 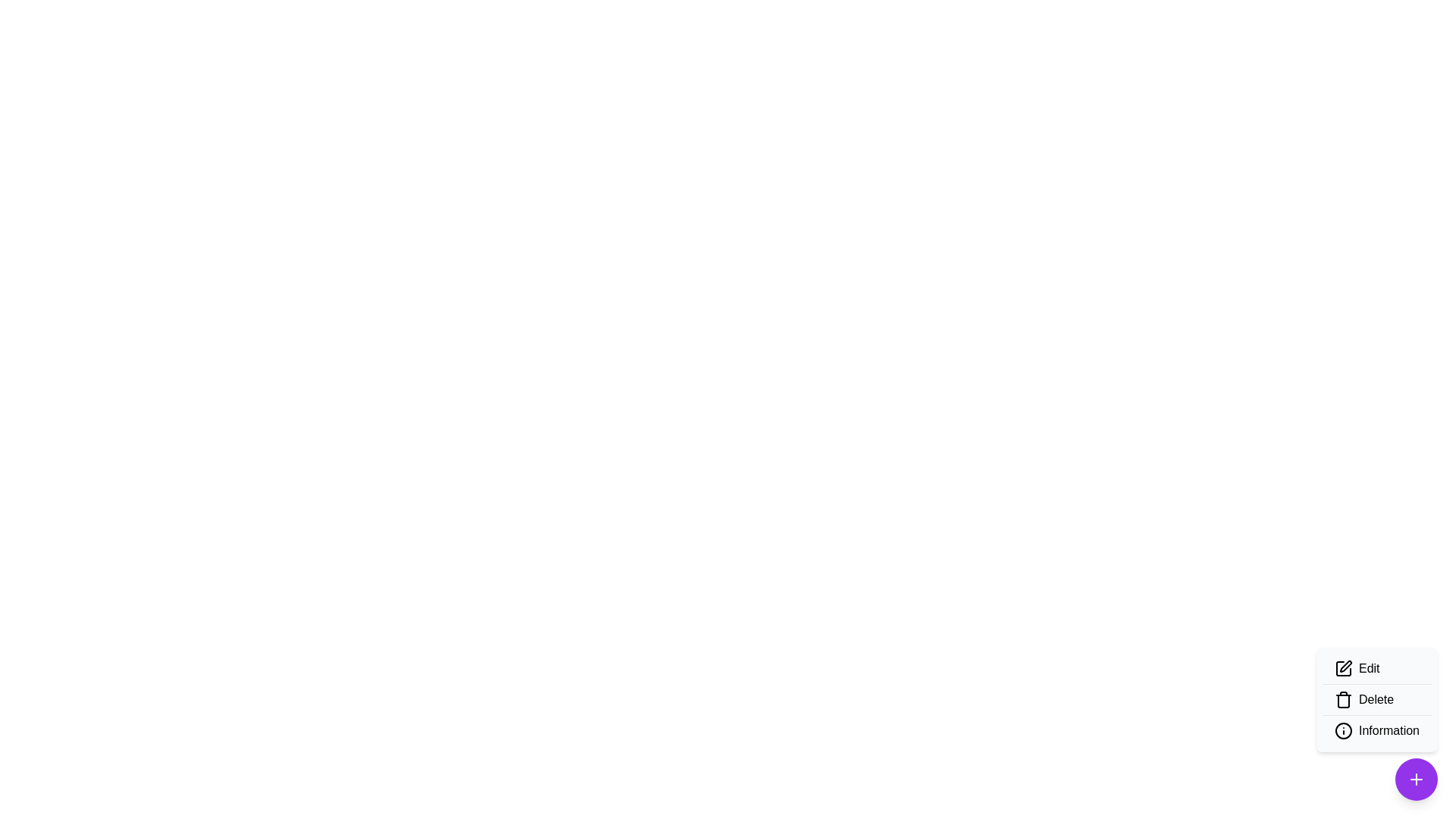 What do you see at coordinates (1376, 668) in the screenshot?
I see `the first item in the vertical menu located in the bottom-right corner` at bounding box center [1376, 668].